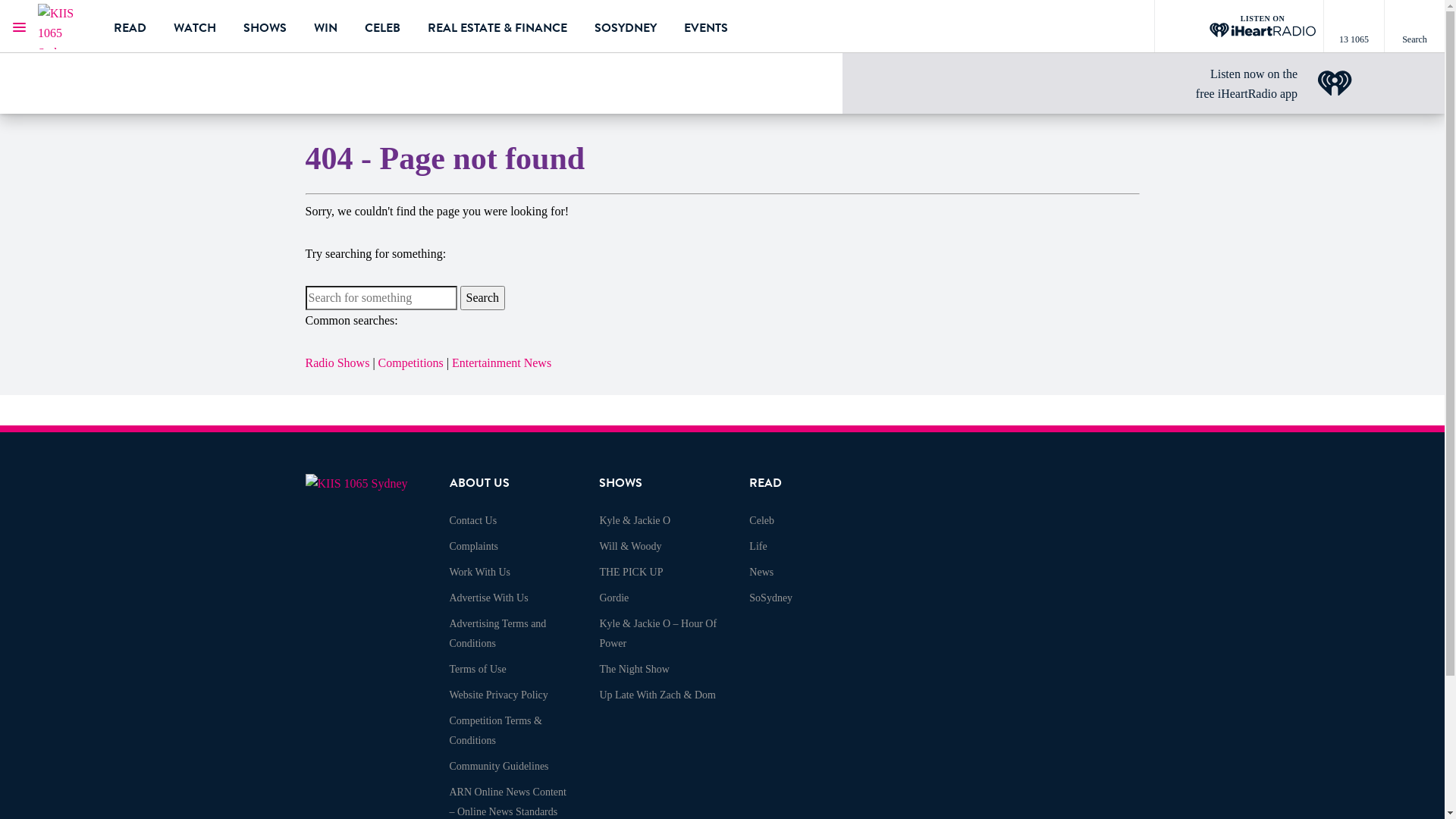  What do you see at coordinates (447, 519) in the screenshot?
I see `'Contact Us'` at bounding box center [447, 519].